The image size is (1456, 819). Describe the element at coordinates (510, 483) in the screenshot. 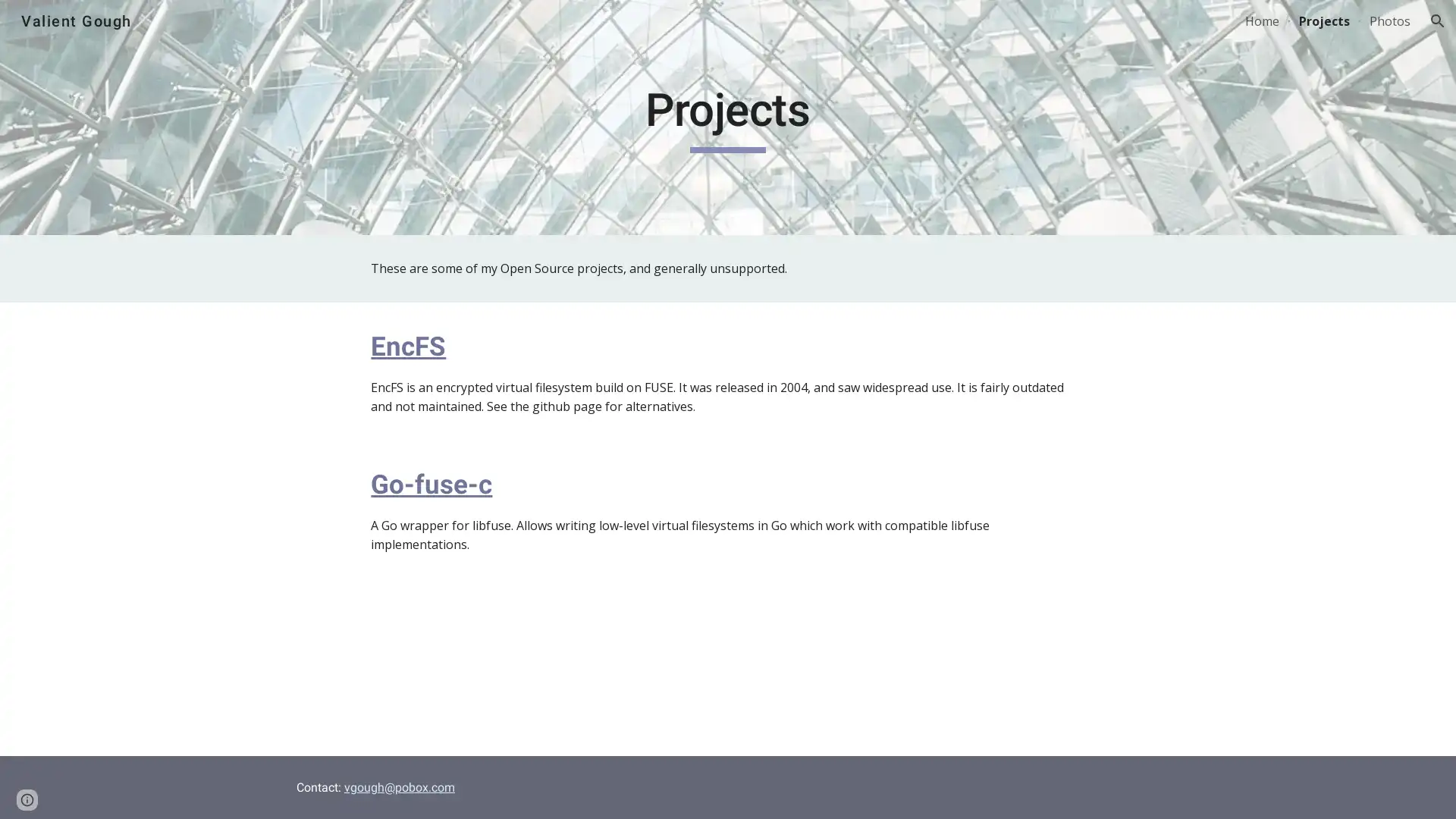

I see `Copy heading link` at that location.